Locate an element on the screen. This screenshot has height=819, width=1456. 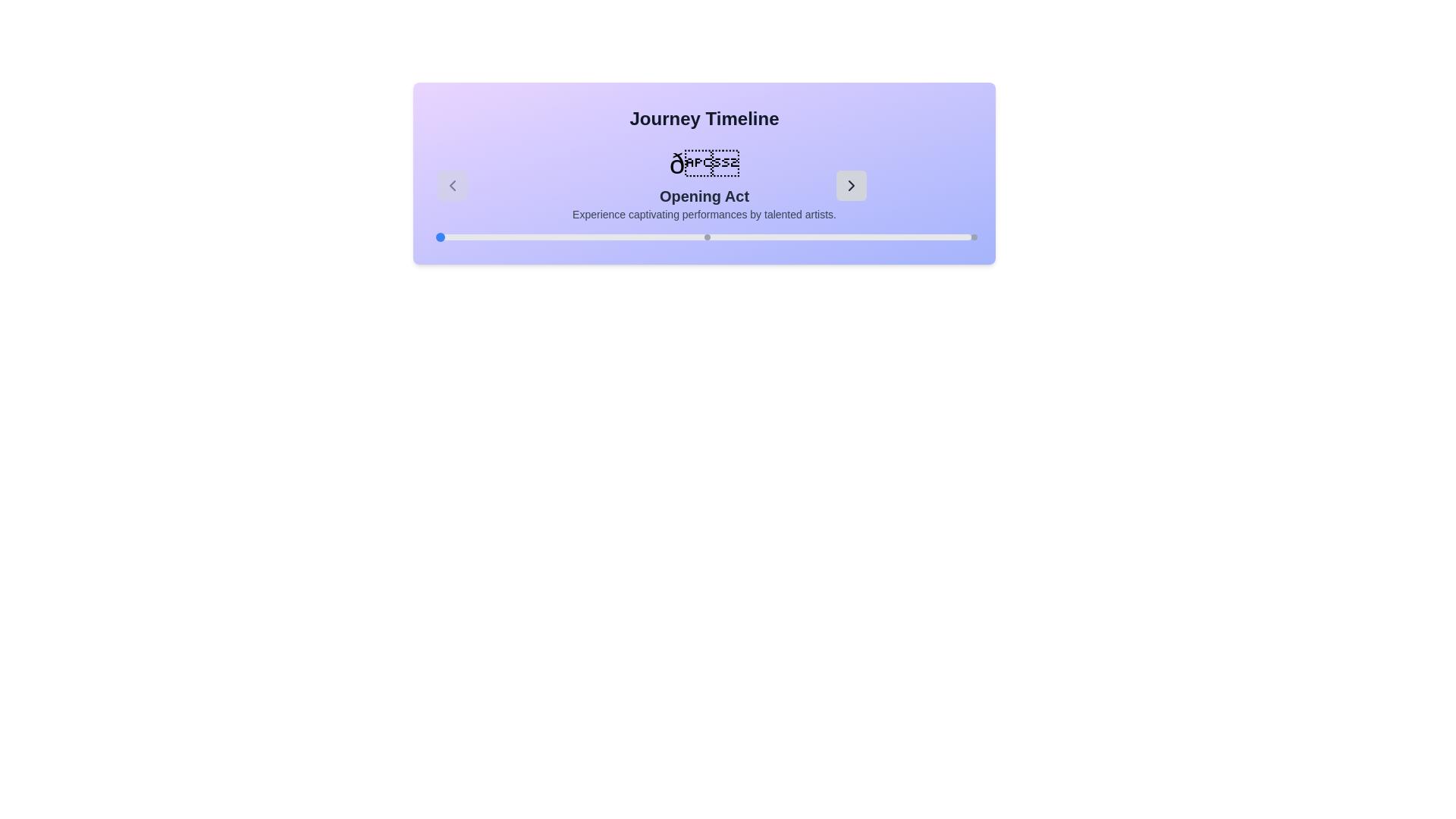
the navigation button icon (chevron) which is located on the right side of the panel to receive potential visual feedback is located at coordinates (852, 185).